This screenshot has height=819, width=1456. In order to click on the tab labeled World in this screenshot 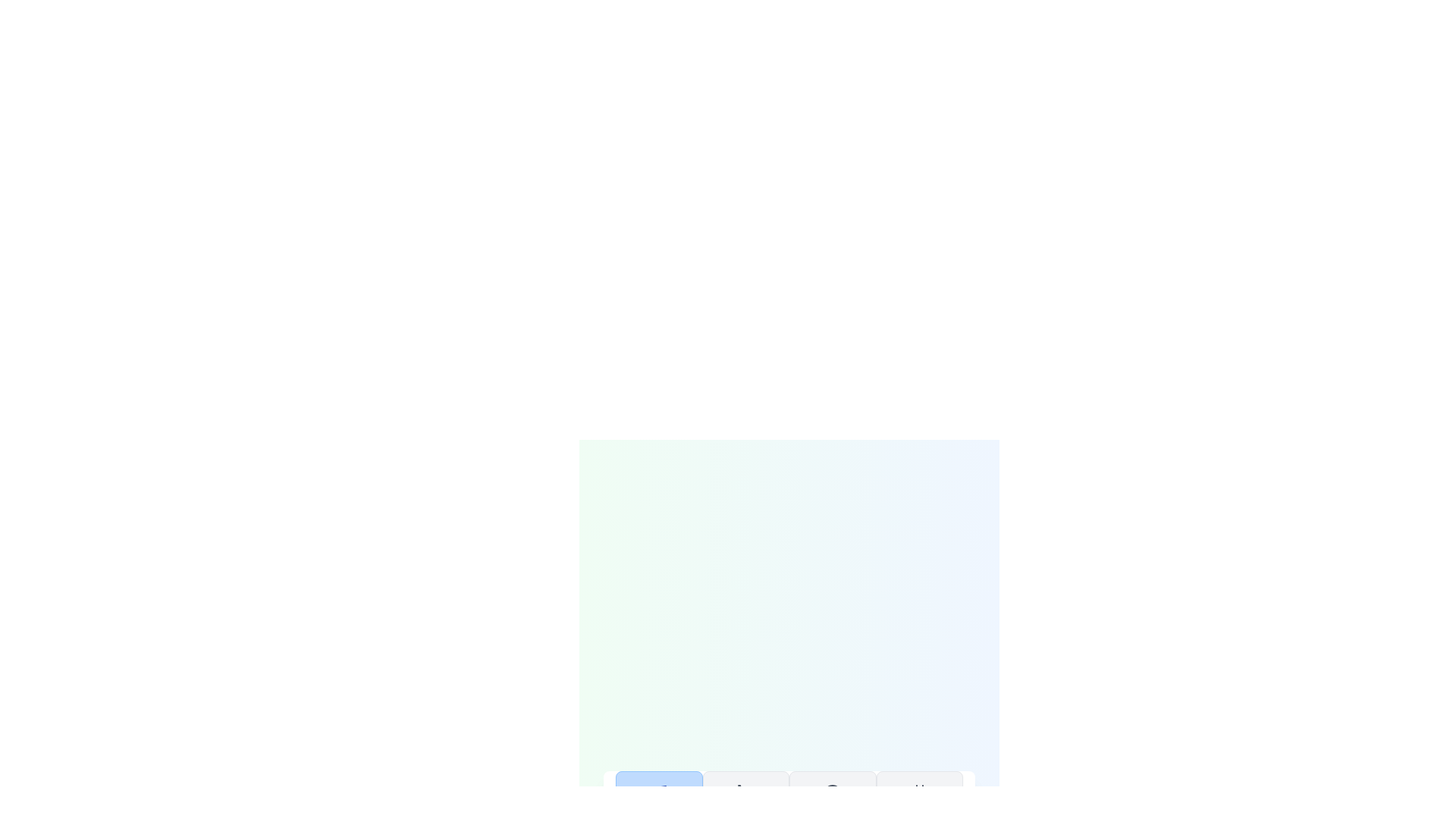, I will do `click(832, 805)`.